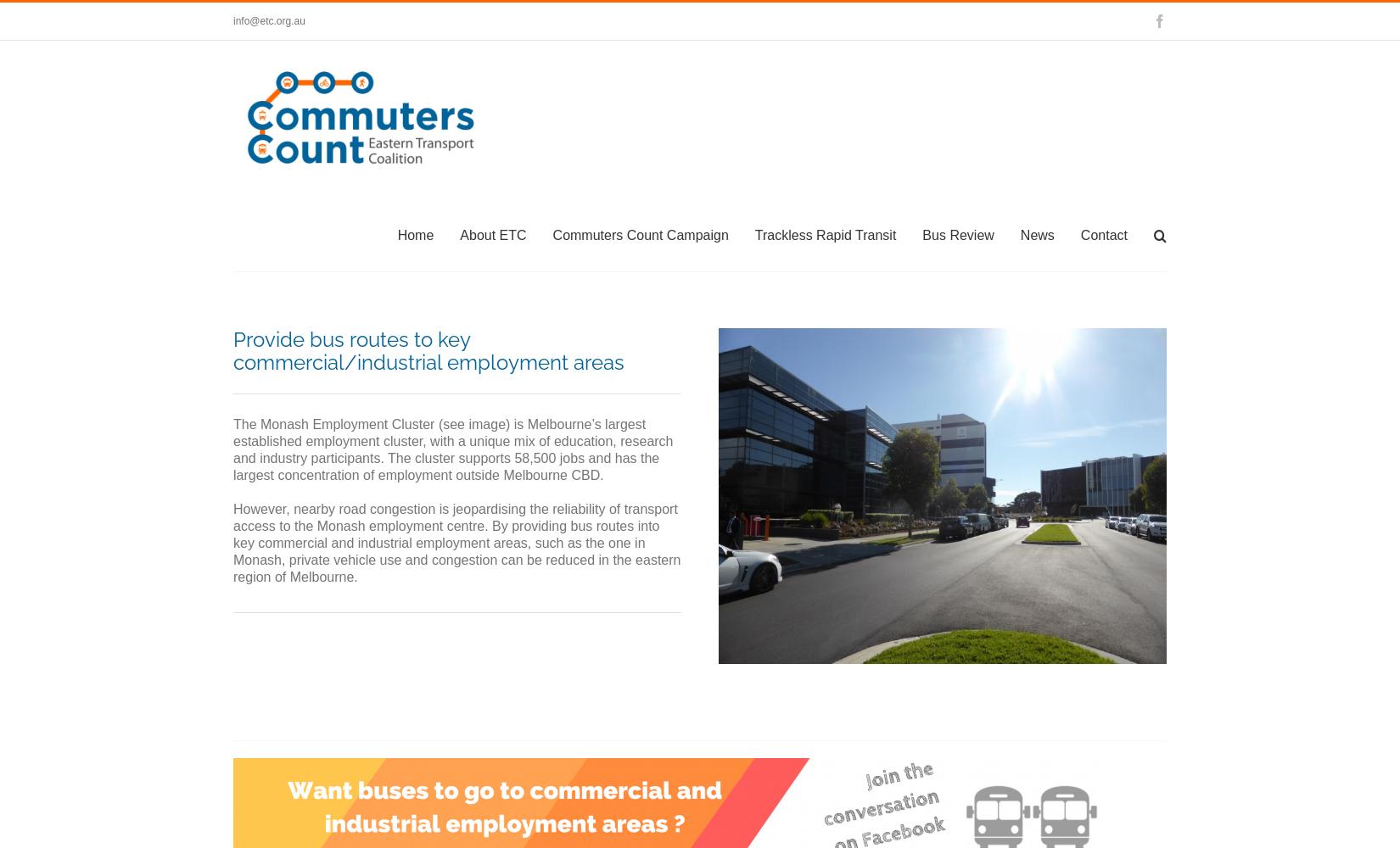 This screenshot has height=848, width=1400. What do you see at coordinates (451, 449) in the screenshot?
I see `'The Monash Employment Cluster (see image) is Melbourne’s largest established employment cluster, with a unique mix of education, research and industry participants. The cluster supports 58,500 jobs and has the largest concentration of employment outside Melbourne CBD.'` at bounding box center [451, 449].